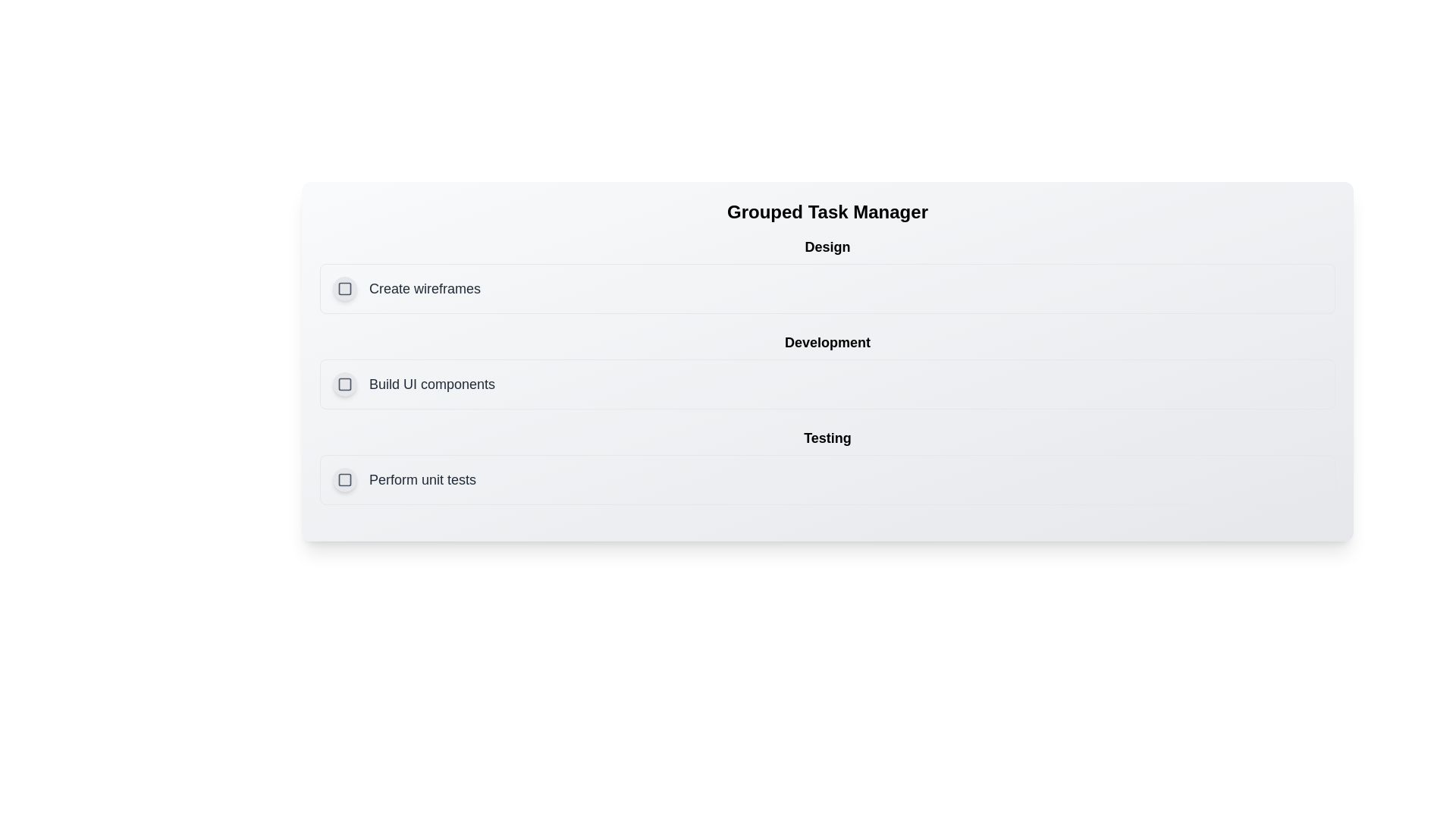  What do you see at coordinates (827, 246) in the screenshot?
I see `the 'Design' header element, which is prominently styled with a larger bold font and located at the top of the task manager UI, above the 'Create wireframes' task list` at bounding box center [827, 246].